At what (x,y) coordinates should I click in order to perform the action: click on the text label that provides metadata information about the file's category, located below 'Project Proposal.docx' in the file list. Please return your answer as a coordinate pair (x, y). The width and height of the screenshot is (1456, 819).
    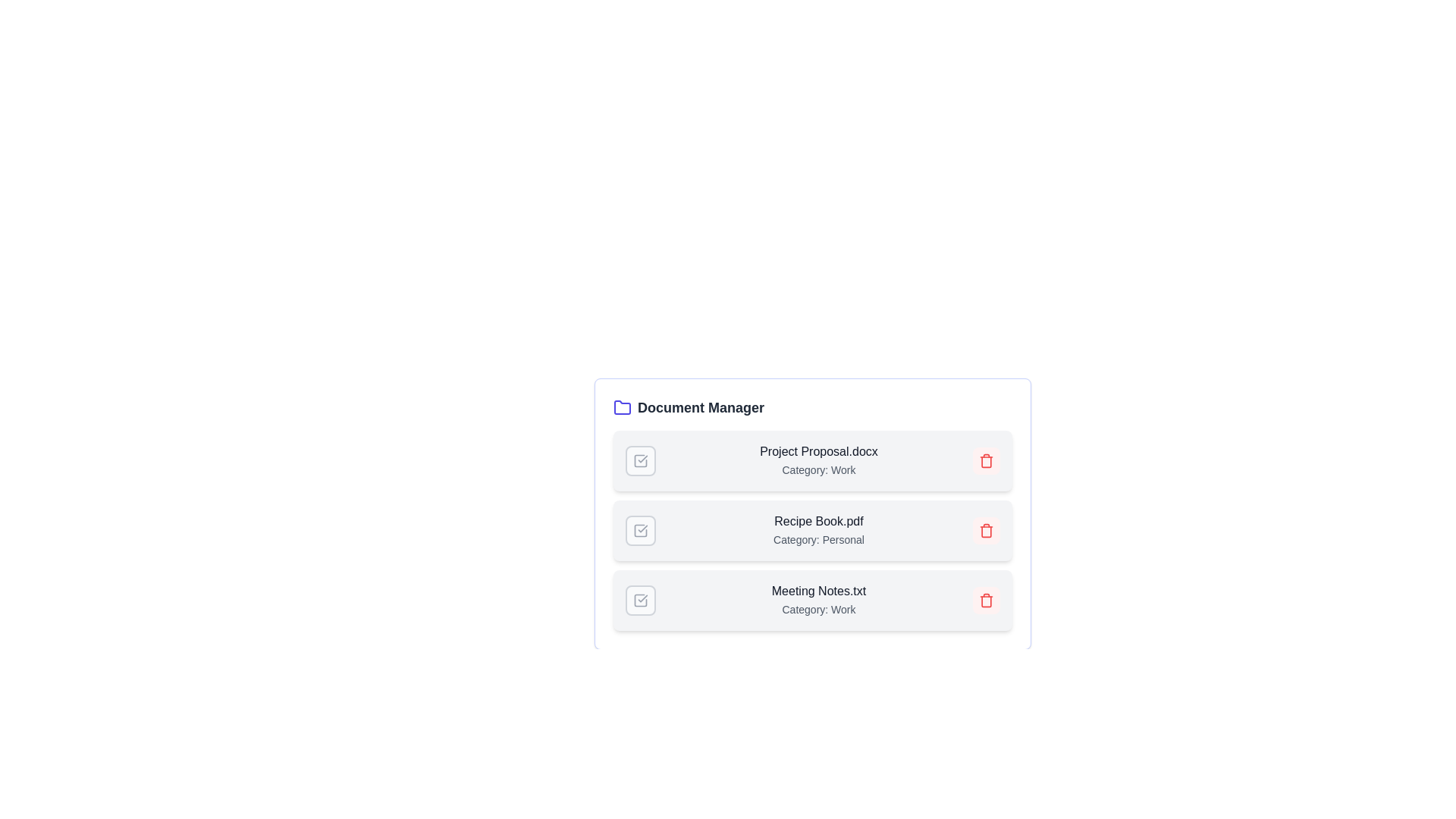
    Looking at the image, I should click on (818, 469).